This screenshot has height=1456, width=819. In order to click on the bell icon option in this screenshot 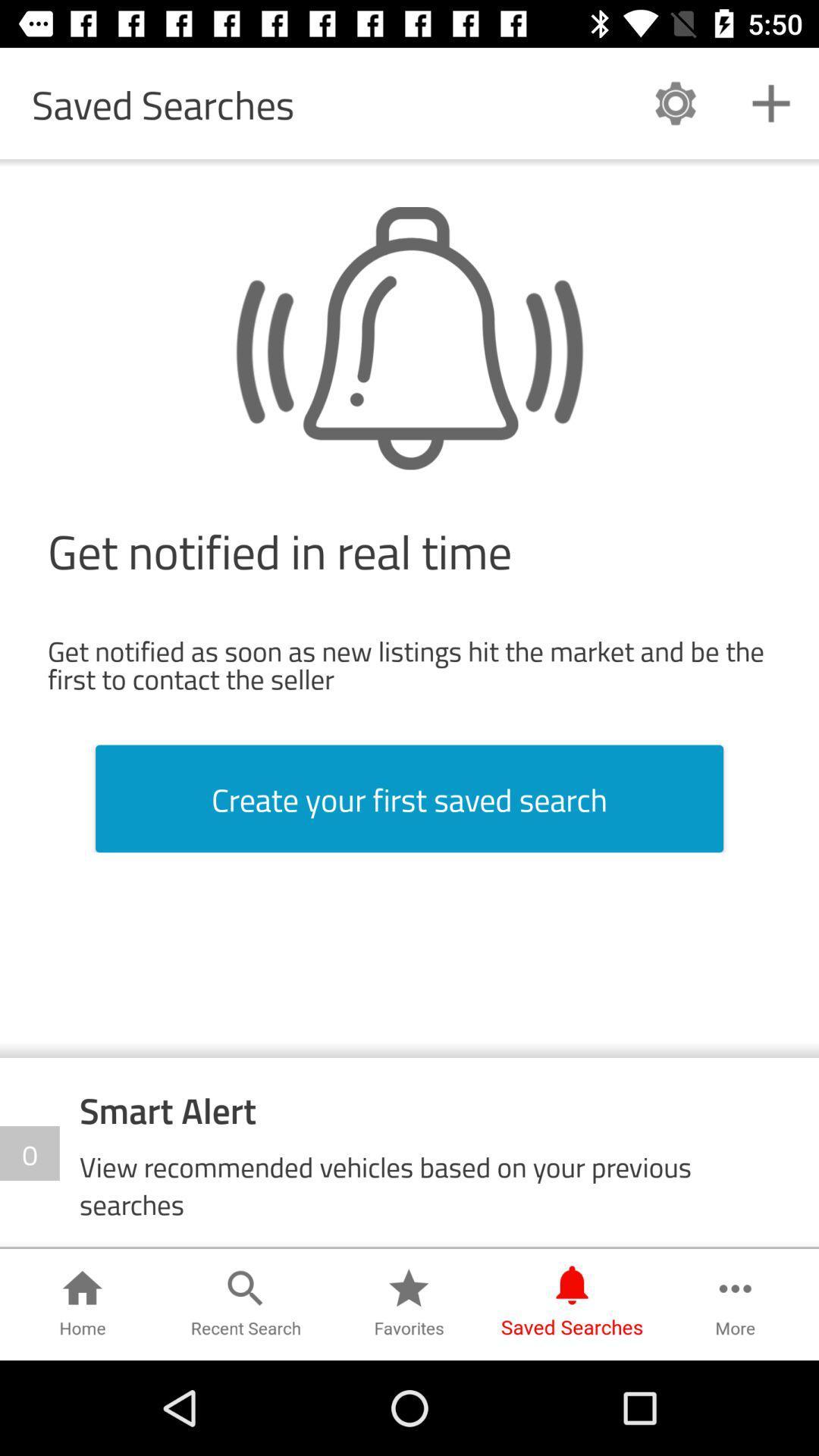, I will do `click(409, 337)`.